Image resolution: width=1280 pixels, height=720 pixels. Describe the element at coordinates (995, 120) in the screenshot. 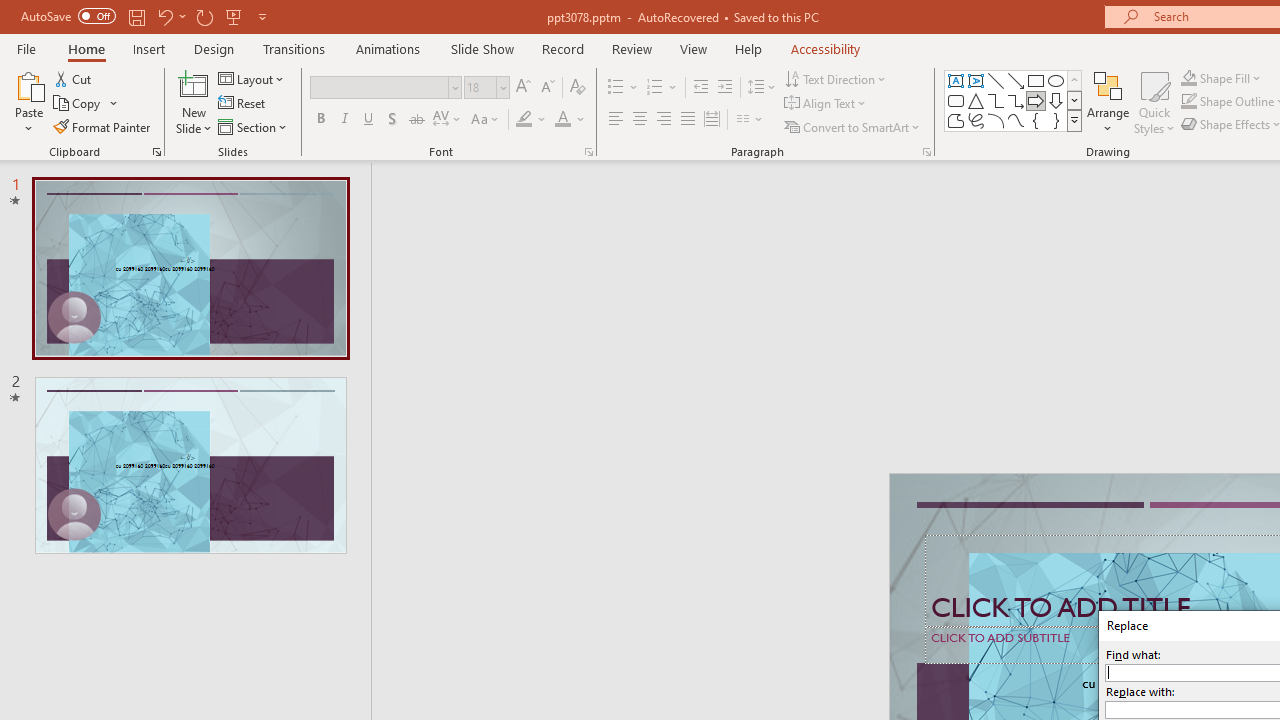

I see `'Arc'` at that location.